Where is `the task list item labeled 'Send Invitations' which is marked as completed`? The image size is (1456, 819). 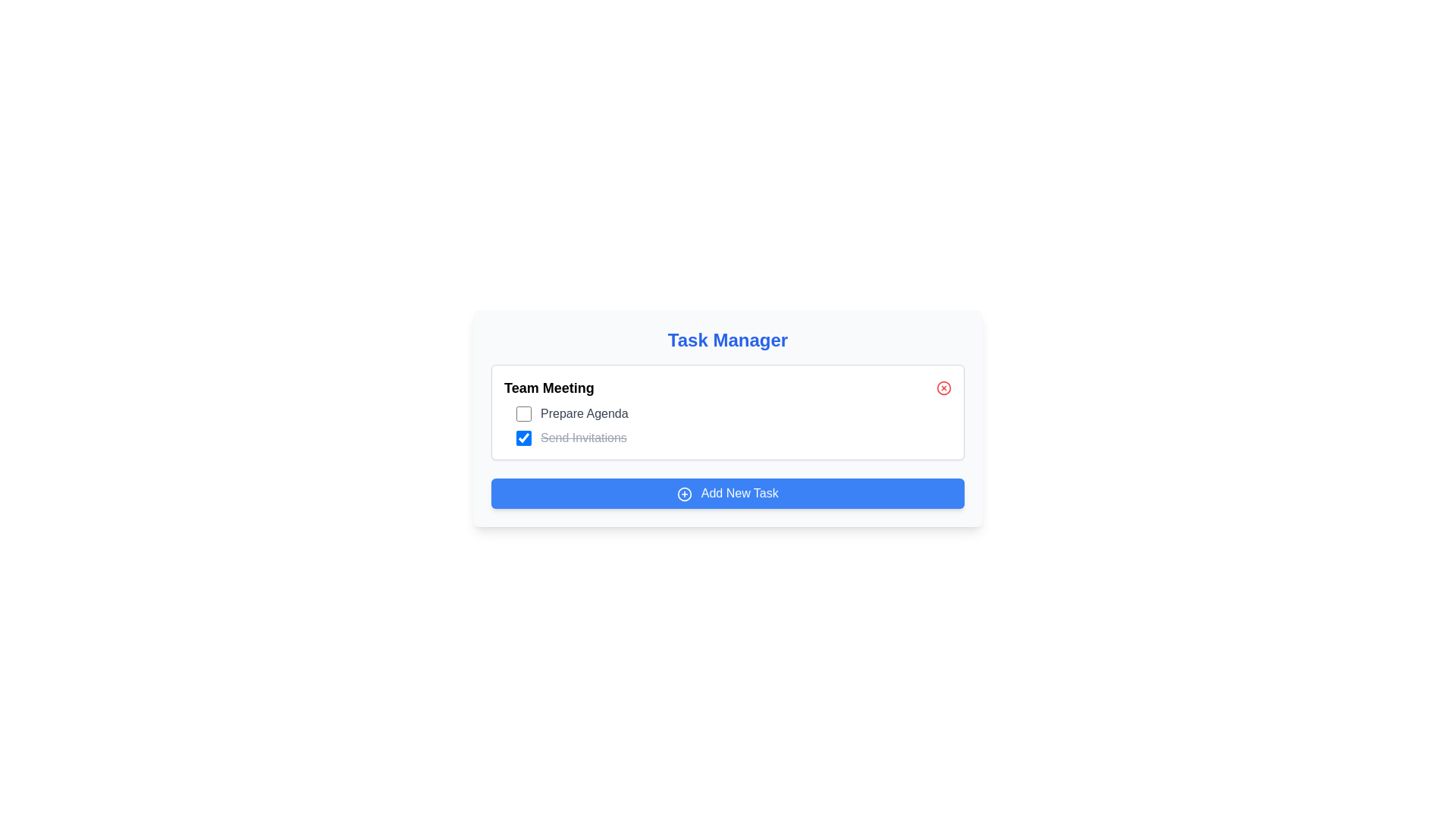
the task list item labeled 'Send Invitations' which is marked as completed is located at coordinates (734, 438).